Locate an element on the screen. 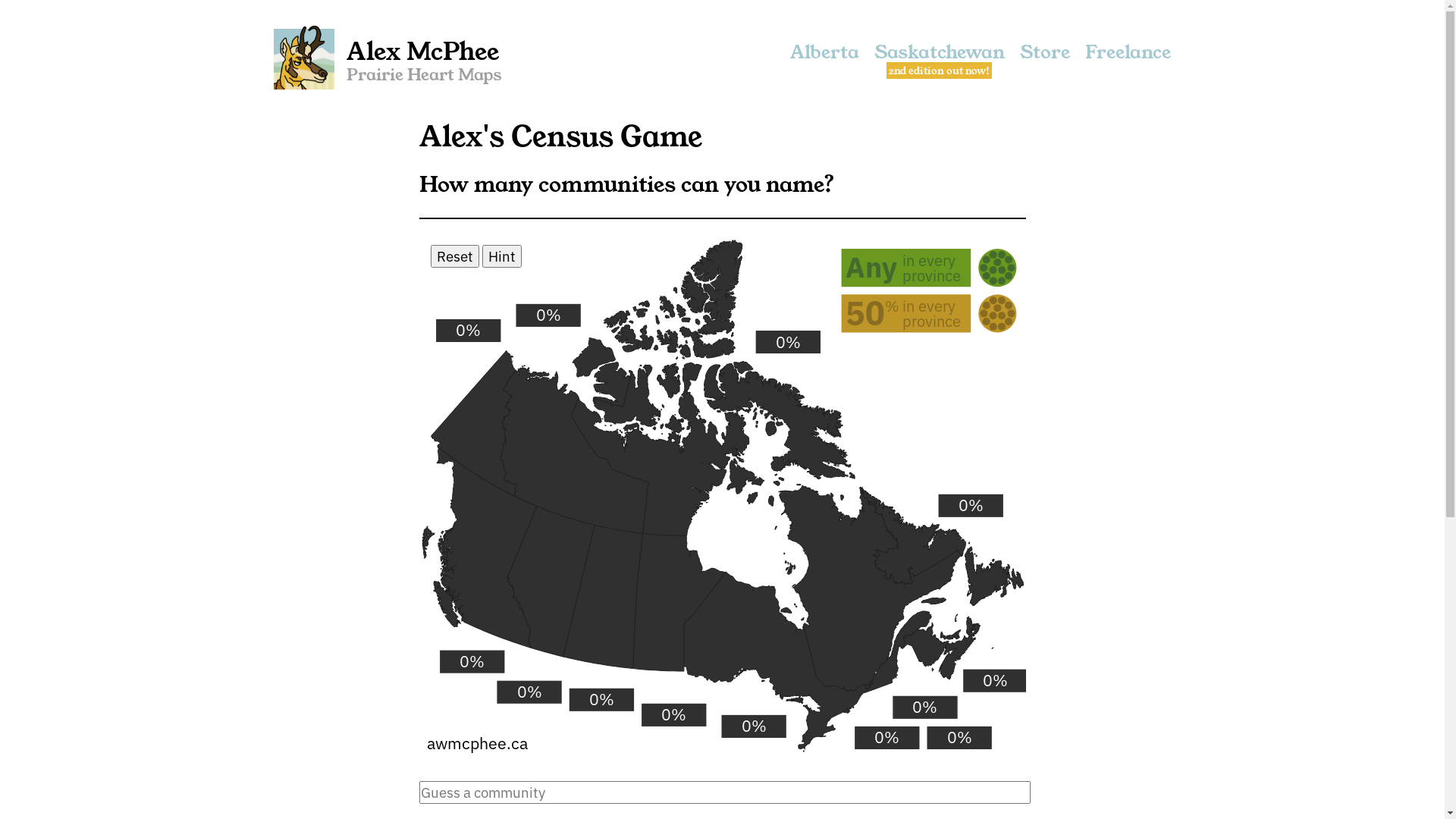  'Saskatchewan is located at coordinates (938, 58).